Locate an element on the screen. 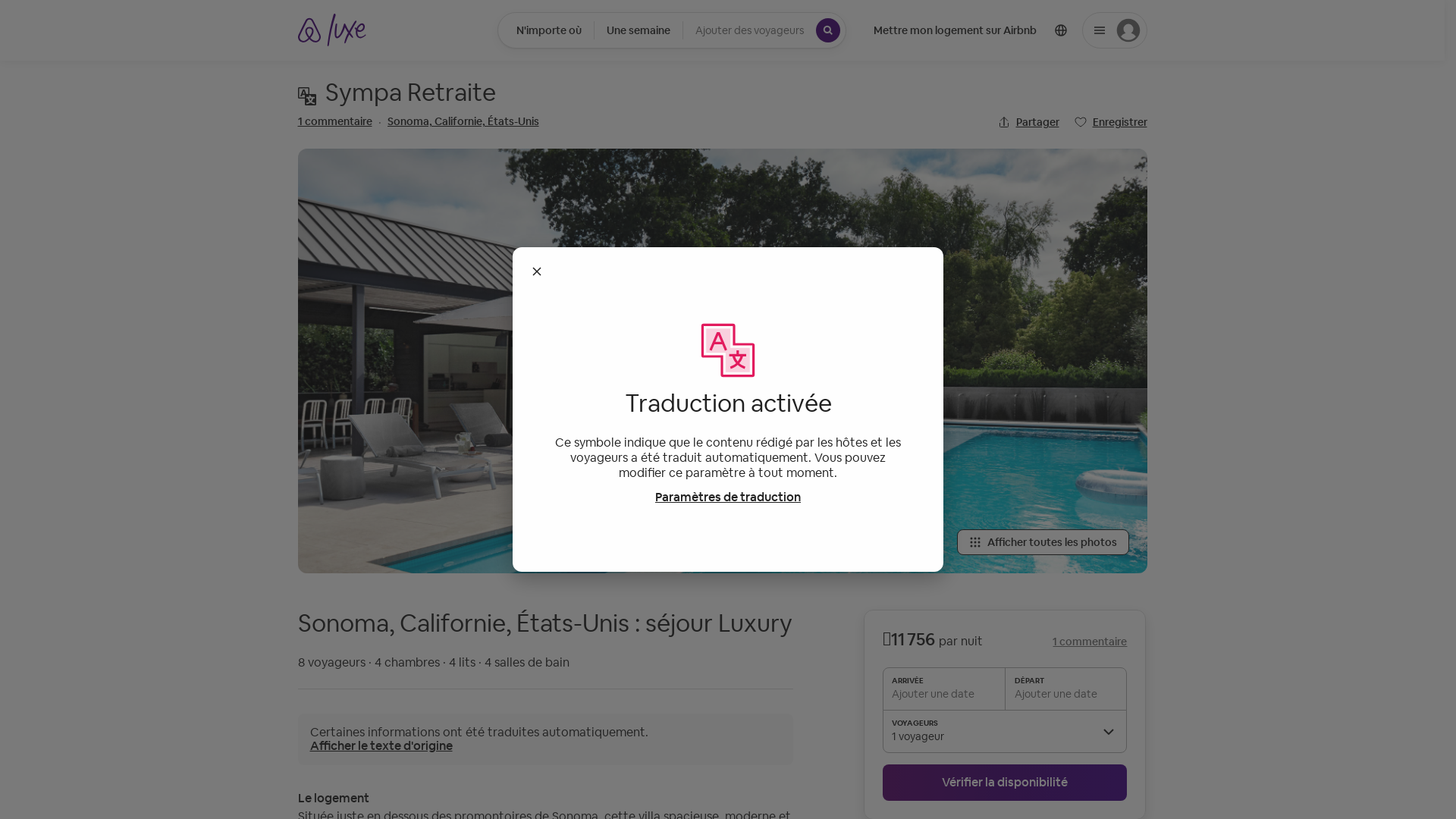 This screenshot has height=819, width=1456. 'Partager' is located at coordinates (1028, 121).